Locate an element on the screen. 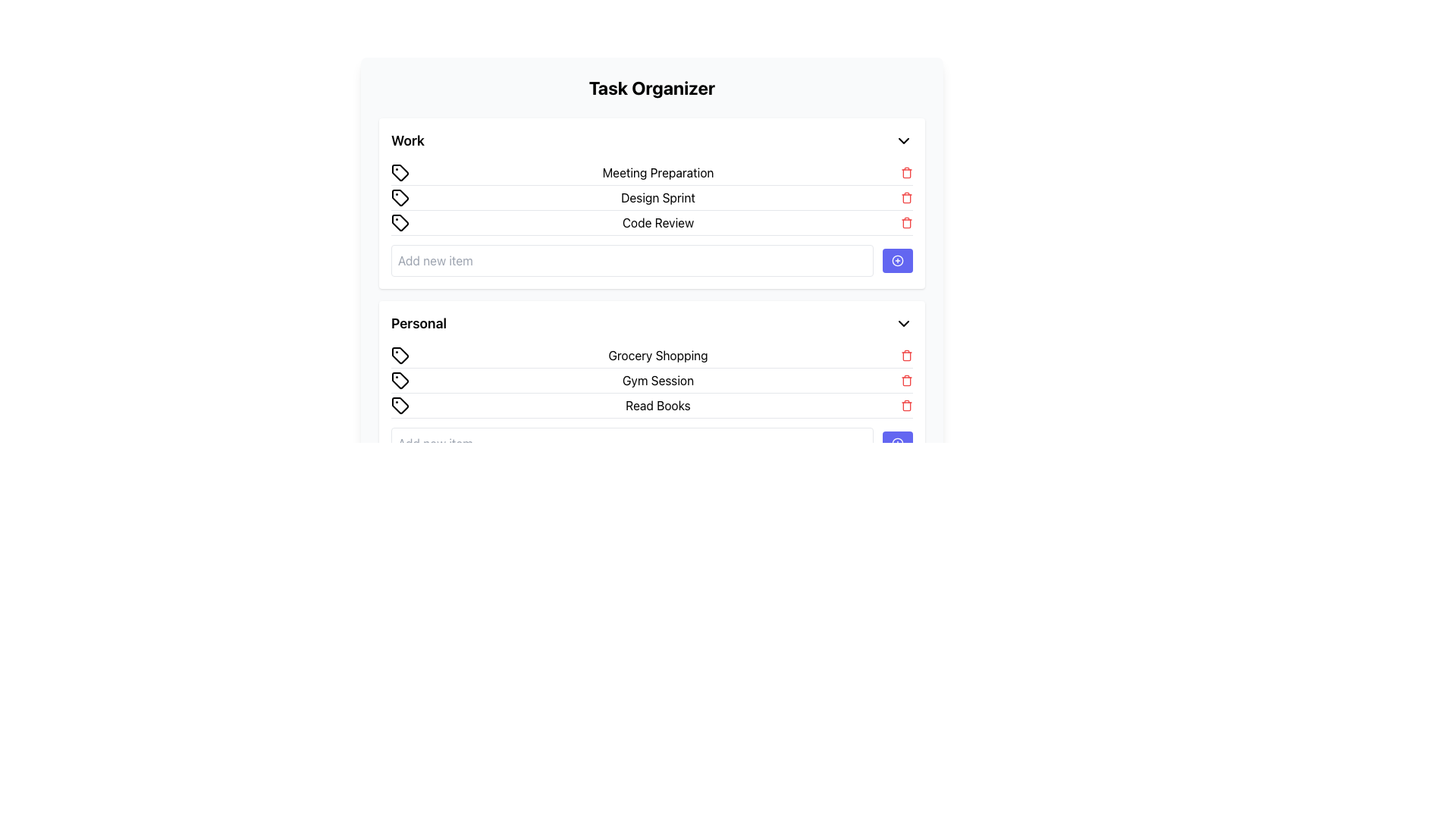 The width and height of the screenshot is (1456, 819). the tag icon in the 'Personal' section, which is adjacent to the label 'Gym Session' and is the second element from the top is located at coordinates (400, 379).